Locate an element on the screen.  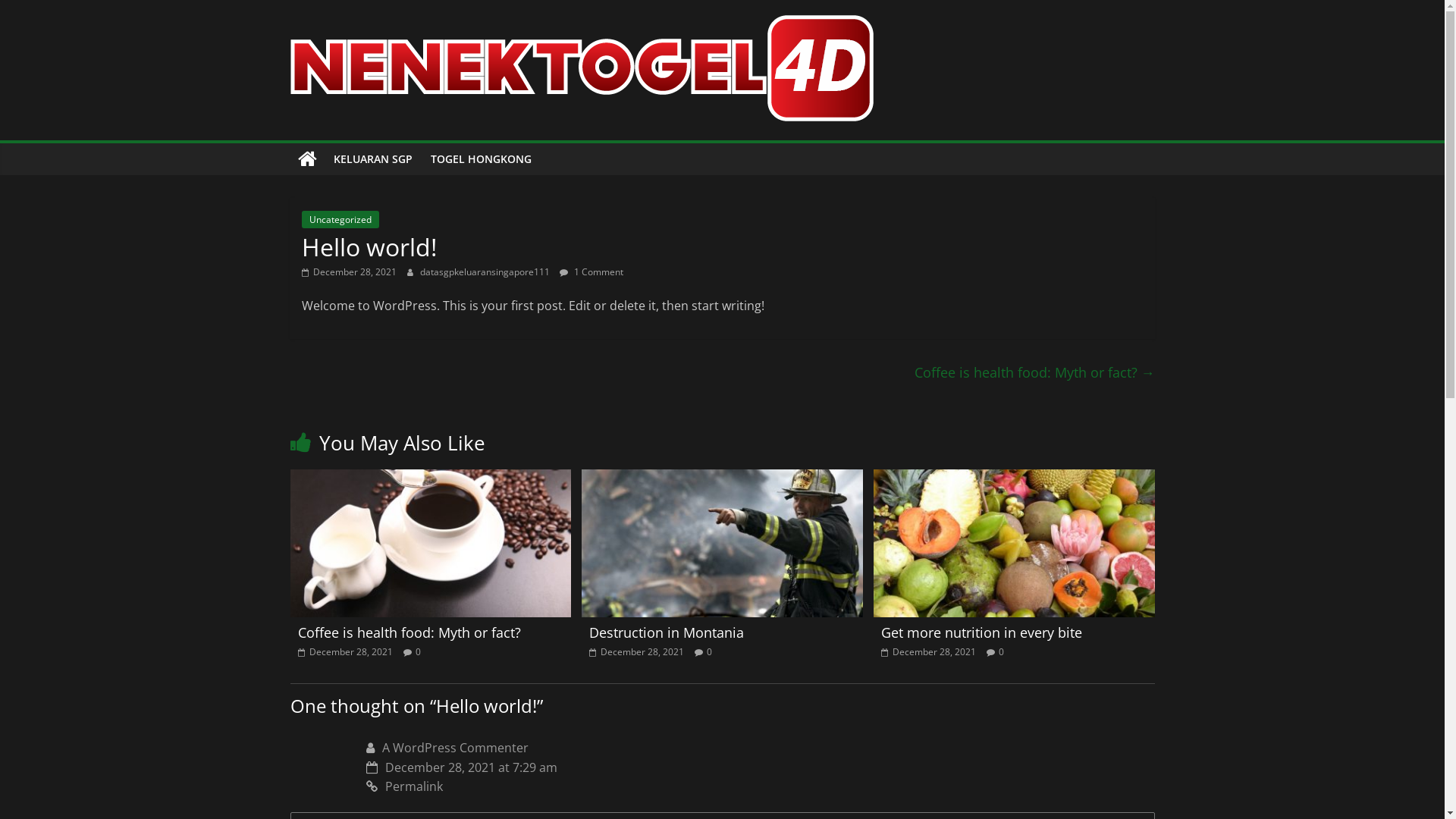
'December 28, 2021' is located at coordinates (636, 651).